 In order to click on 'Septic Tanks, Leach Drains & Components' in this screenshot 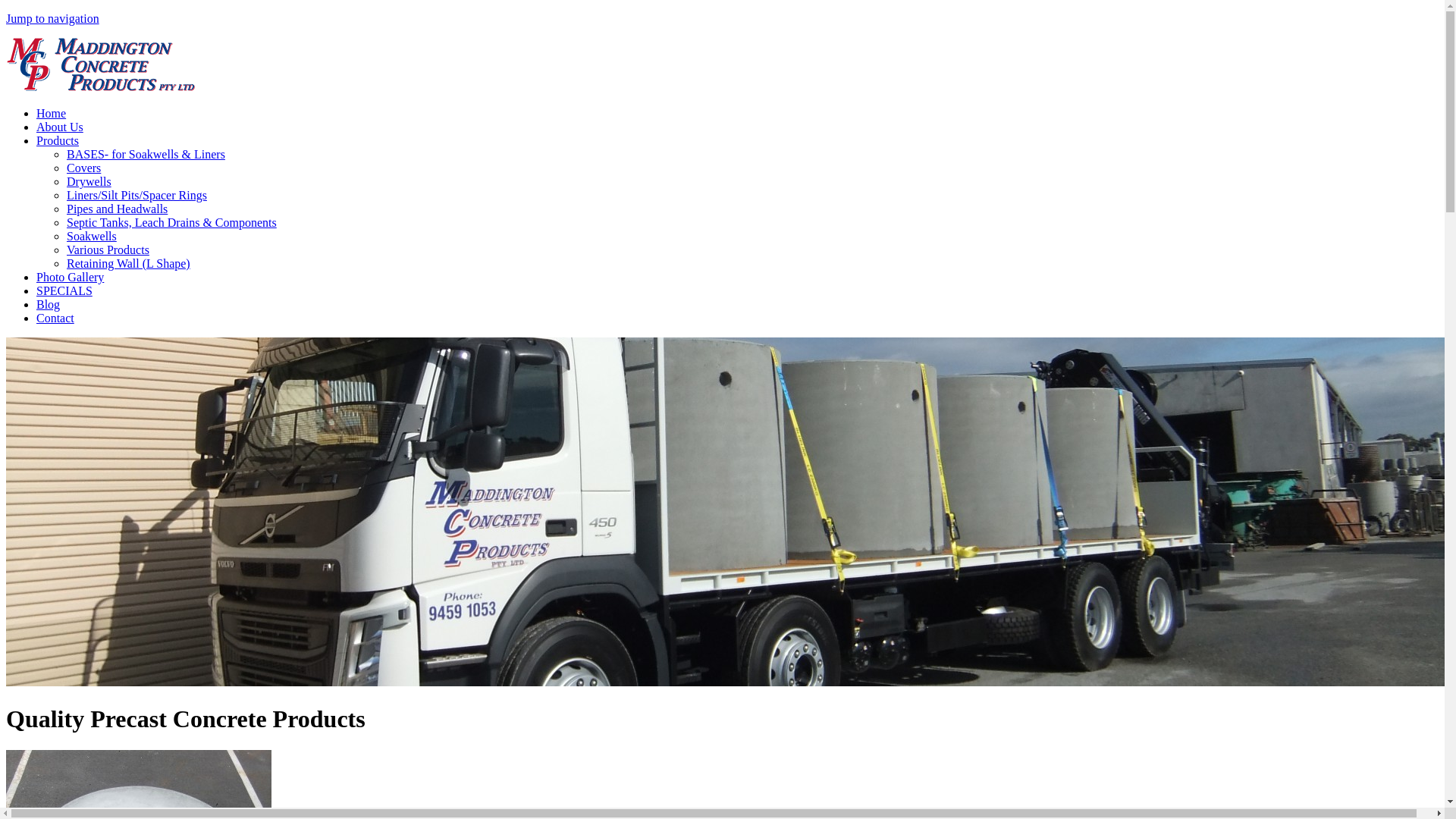, I will do `click(171, 222)`.